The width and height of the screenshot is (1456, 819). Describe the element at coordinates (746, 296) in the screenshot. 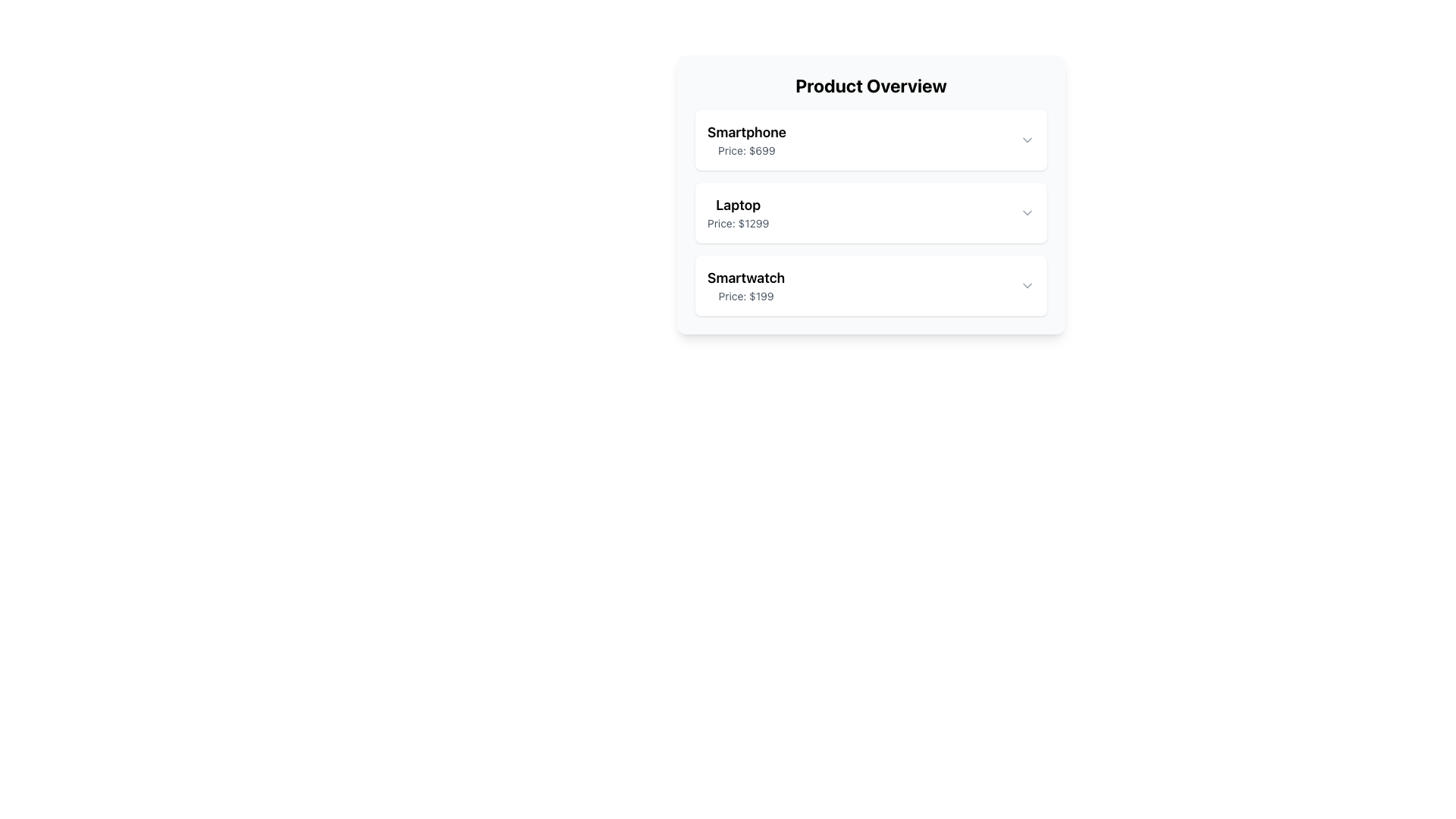

I see `the price label for the 'Smartwatch' product, which is located below the 'Smartwatch' header in the product overview panel` at that location.